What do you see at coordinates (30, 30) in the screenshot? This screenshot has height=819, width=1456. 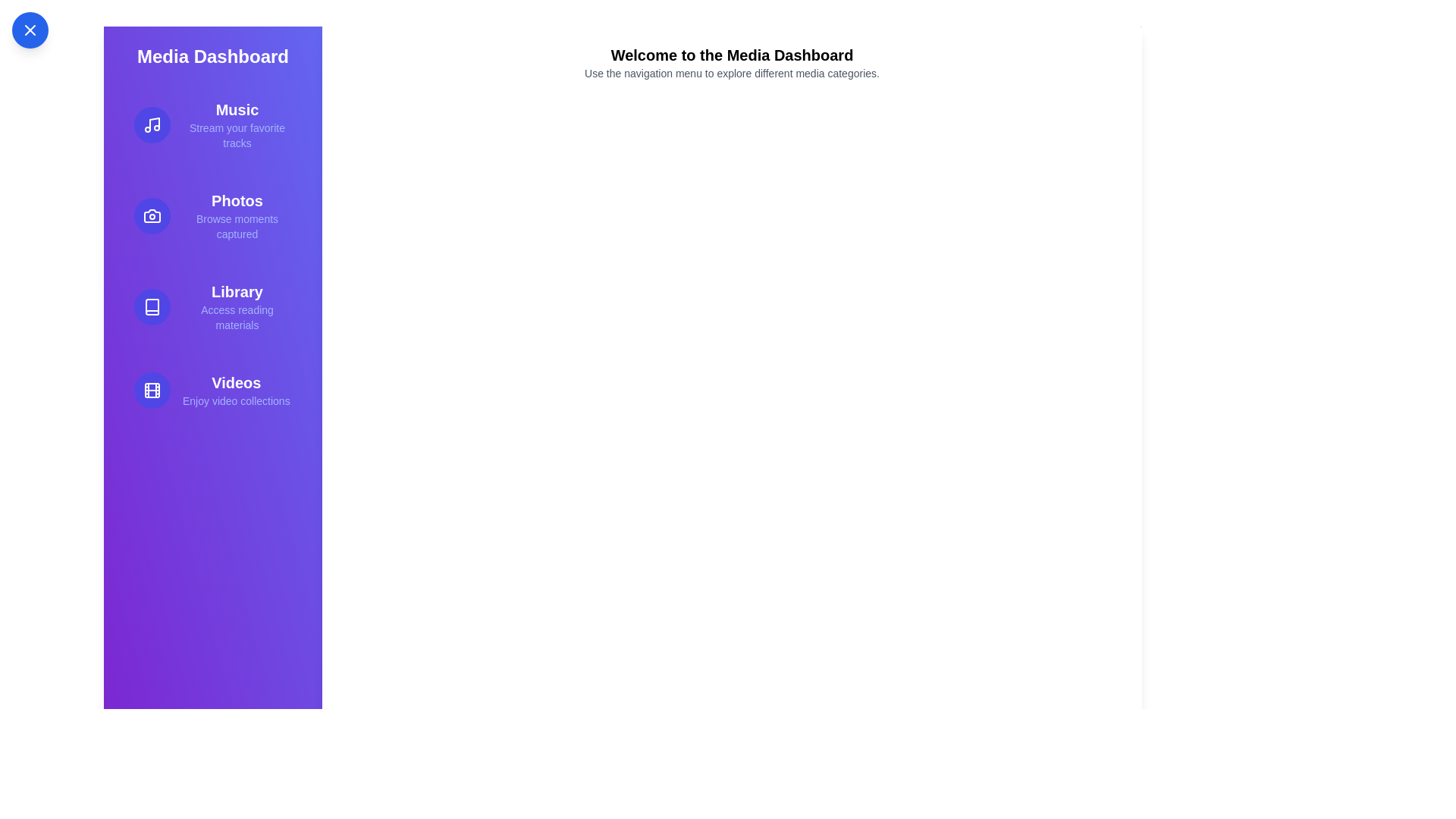 I see `toggle button at the top-left corner to toggle the drawer's visibility` at bounding box center [30, 30].